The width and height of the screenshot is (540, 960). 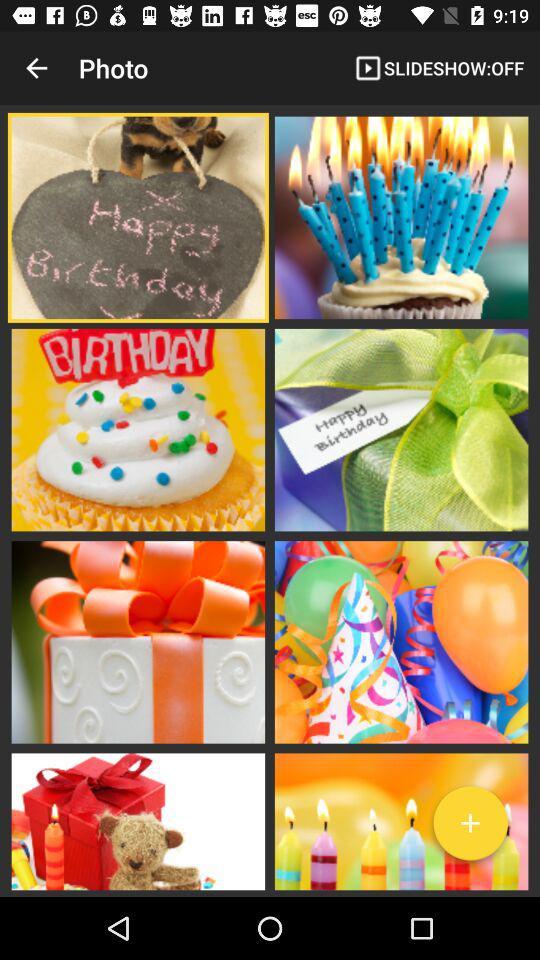 What do you see at coordinates (401, 640) in the screenshot?
I see `the third row second image` at bounding box center [401, 640].